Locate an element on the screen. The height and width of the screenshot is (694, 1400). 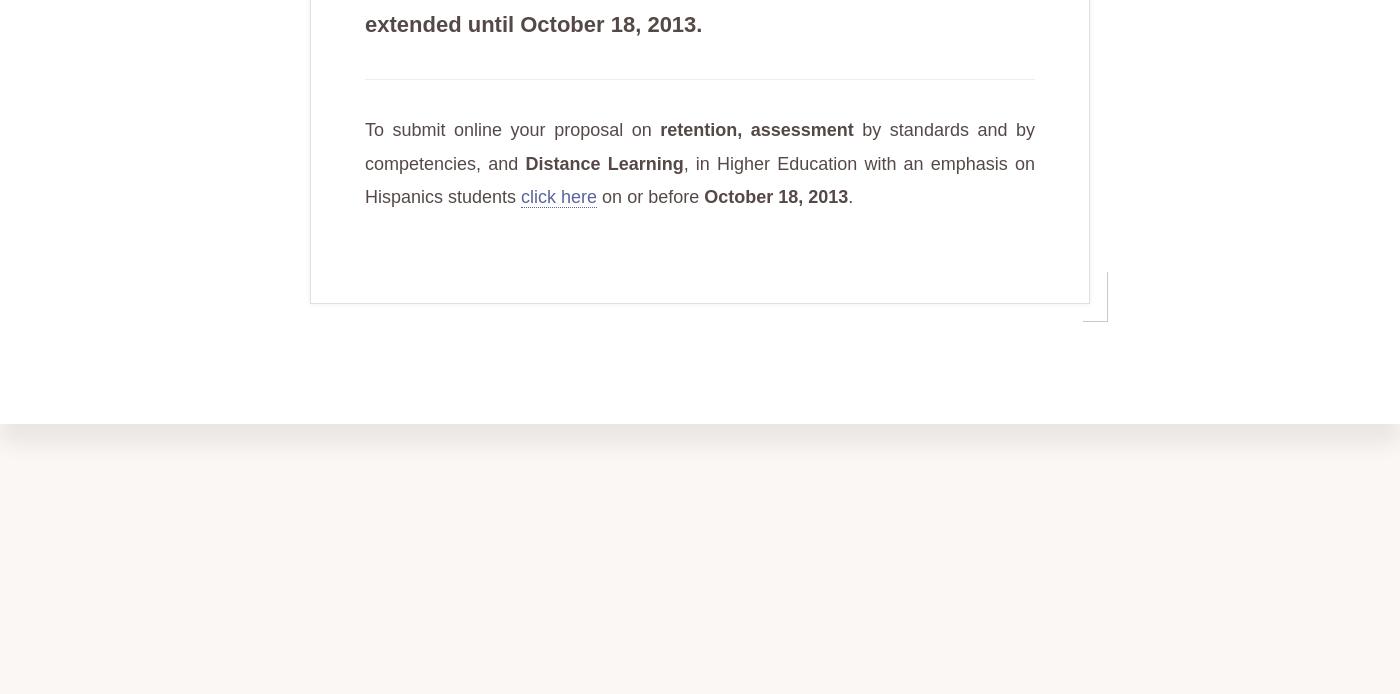
'To submit online your proposal on' is located at coordinates (512, 129).